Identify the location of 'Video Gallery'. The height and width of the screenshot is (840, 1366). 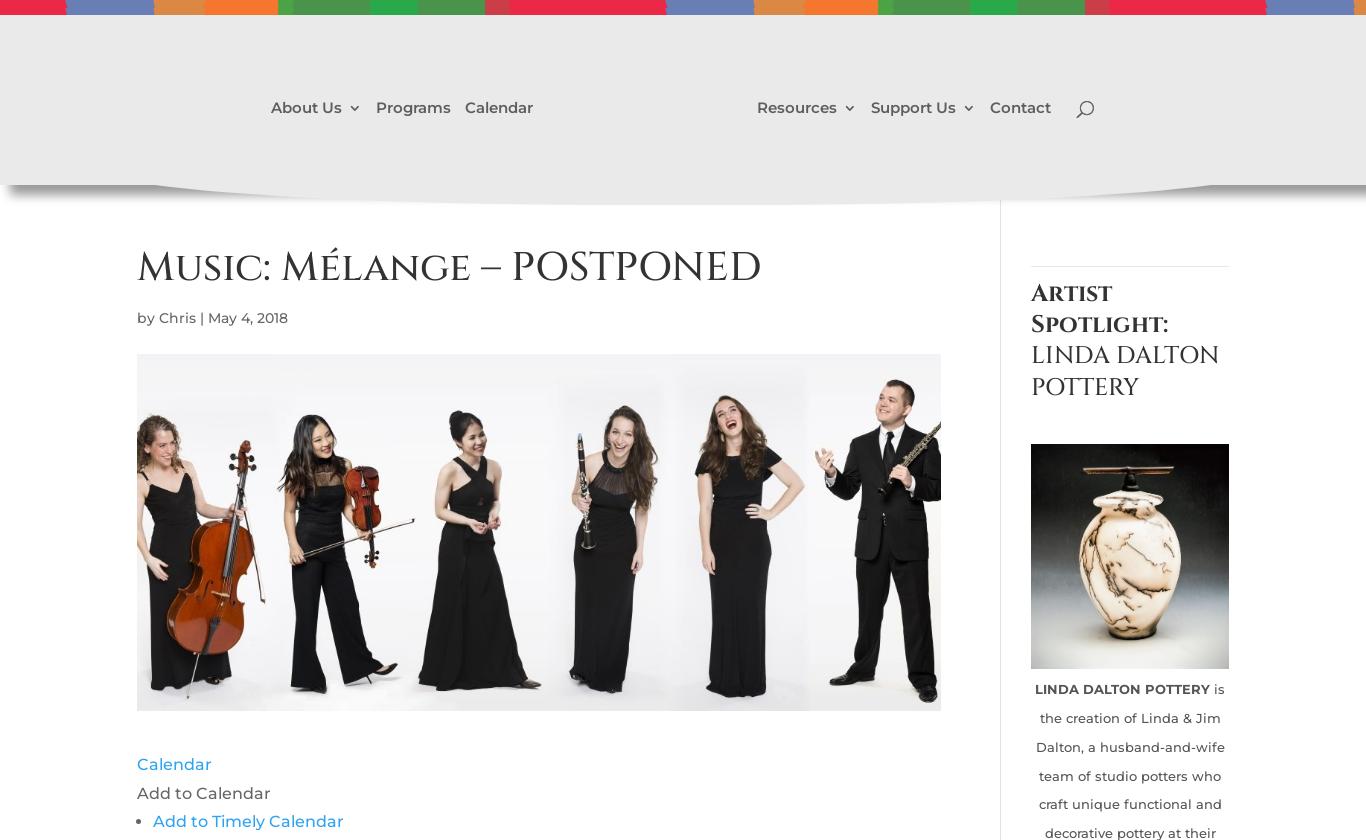
(360, 414).